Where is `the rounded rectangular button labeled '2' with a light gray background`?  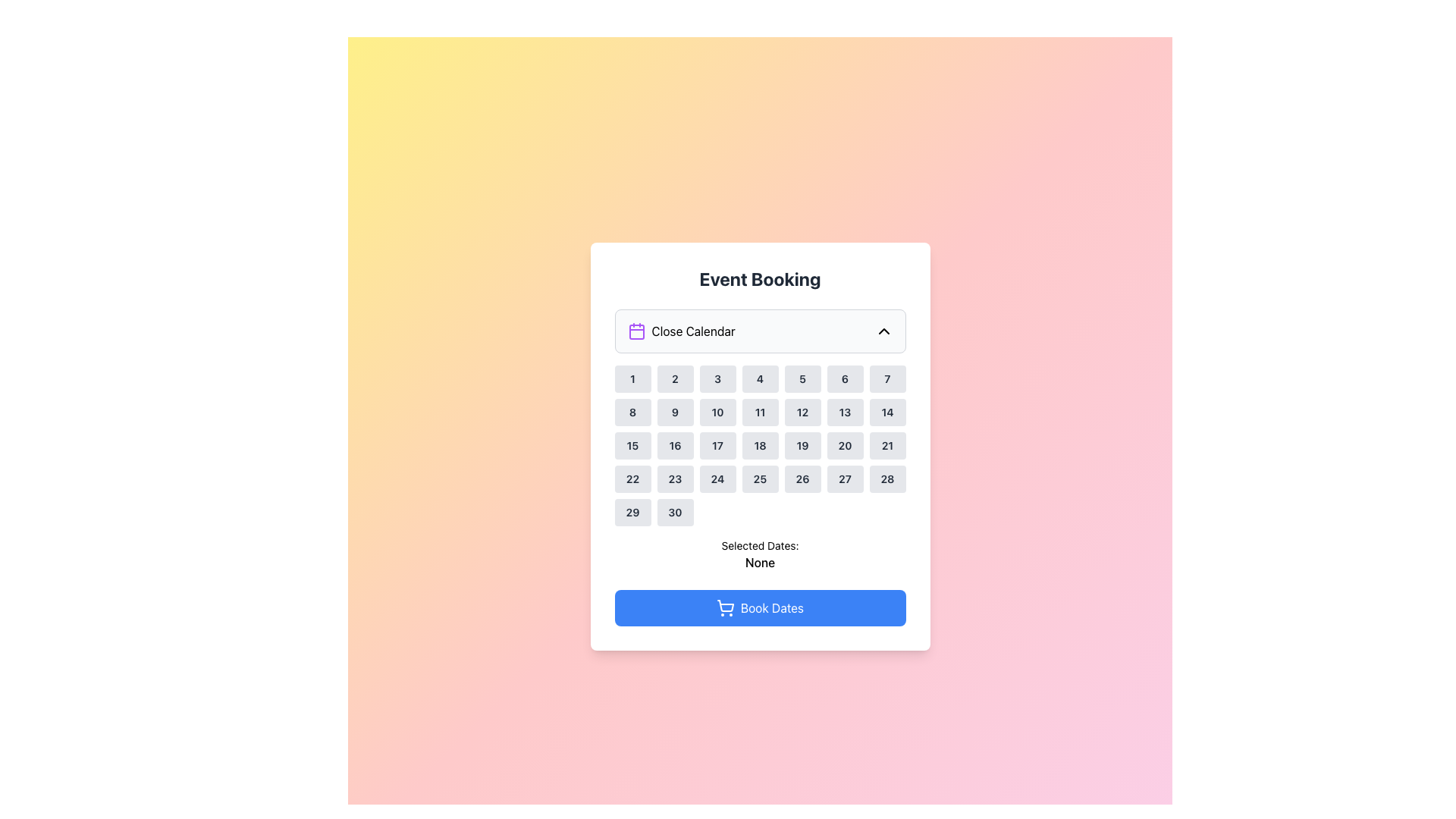 the rounded rectangular button labeled '2' with a light gray background is located at coordinates (674, 378).